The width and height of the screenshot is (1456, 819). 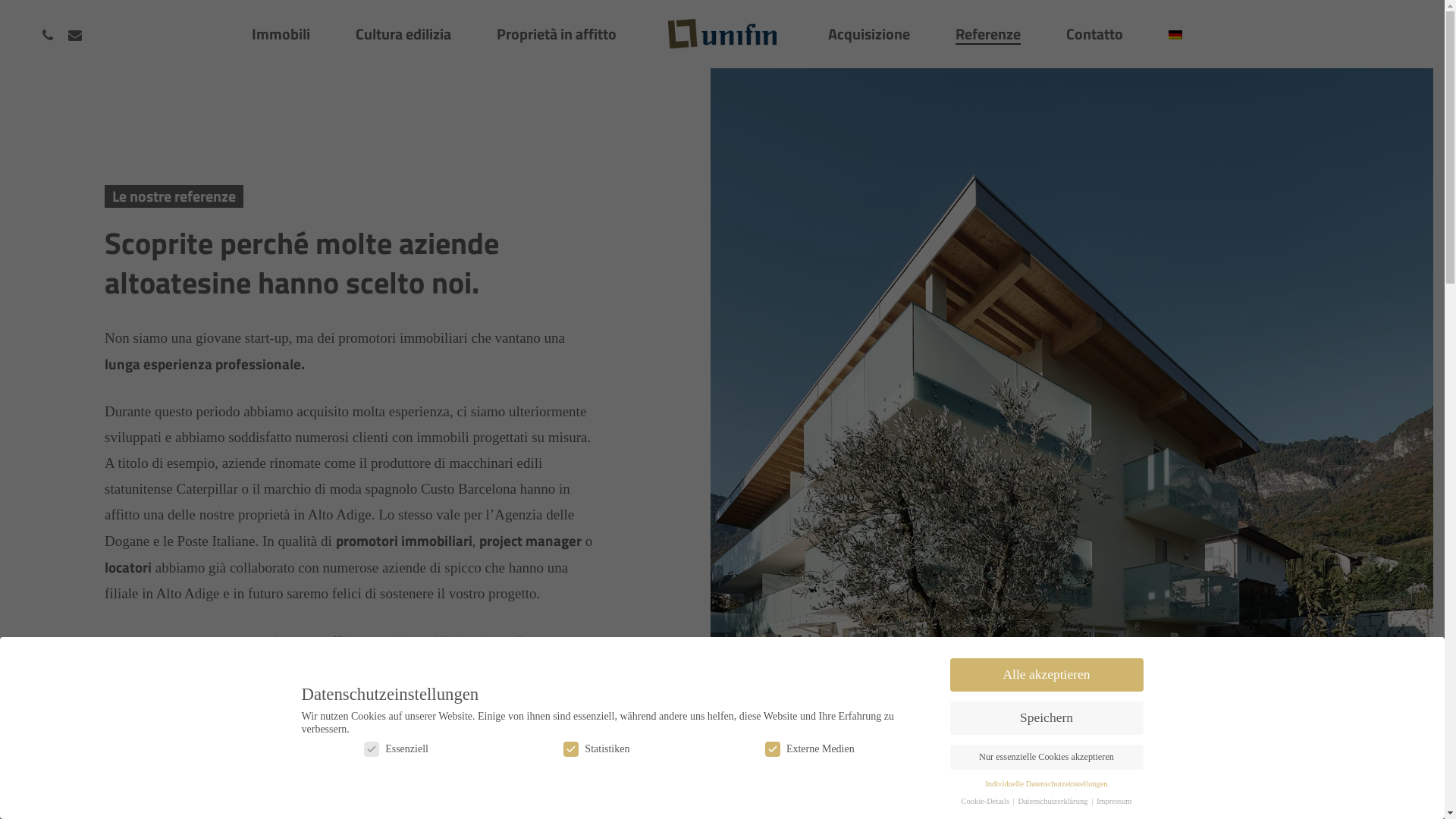 I want to click on 'Speichern', so click(x=1045, y=717).